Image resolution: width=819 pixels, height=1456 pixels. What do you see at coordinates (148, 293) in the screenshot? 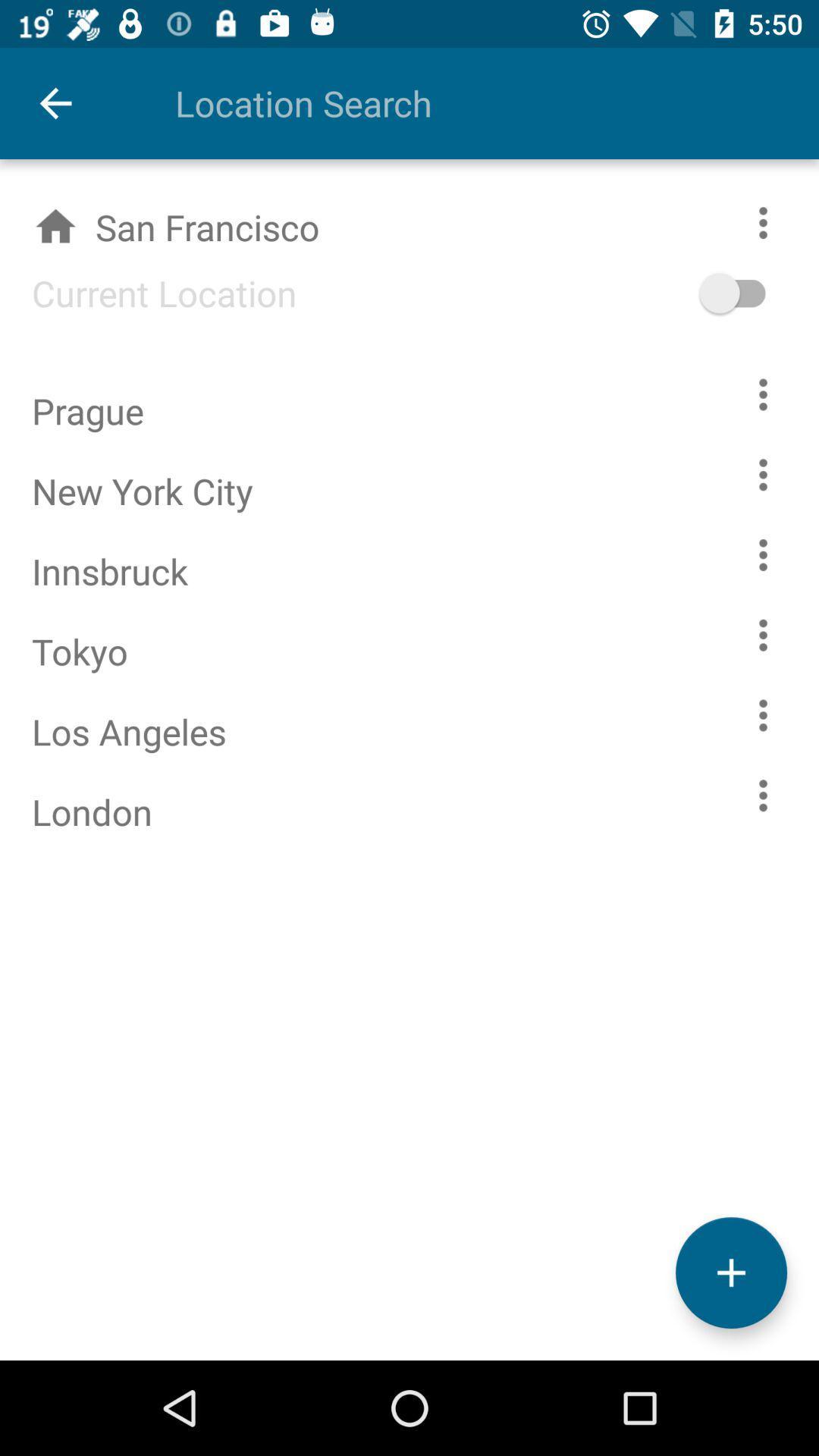
I see `the current location` at bounding box center [148, 293].